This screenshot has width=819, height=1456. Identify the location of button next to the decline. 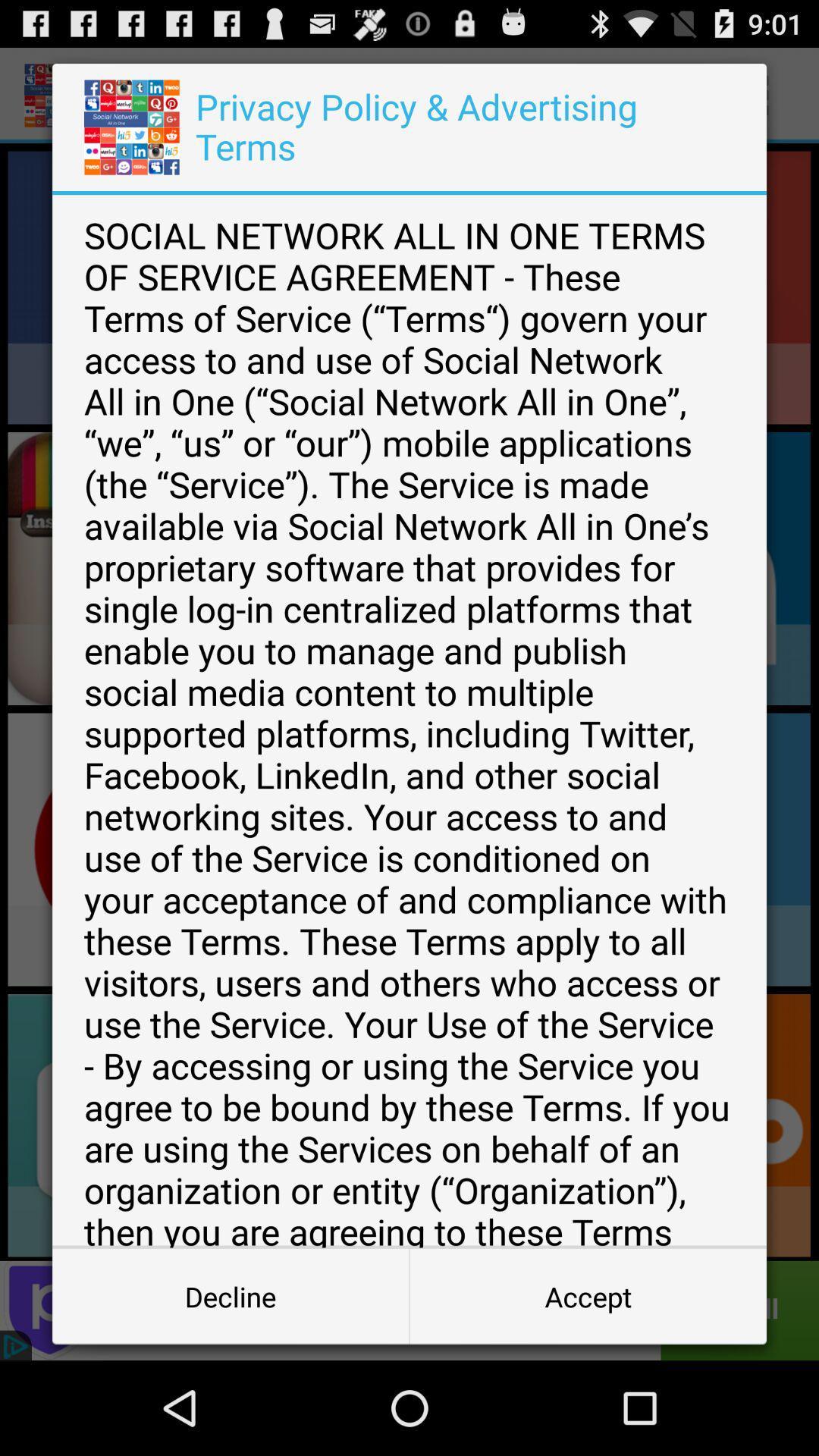
(587, 1295).